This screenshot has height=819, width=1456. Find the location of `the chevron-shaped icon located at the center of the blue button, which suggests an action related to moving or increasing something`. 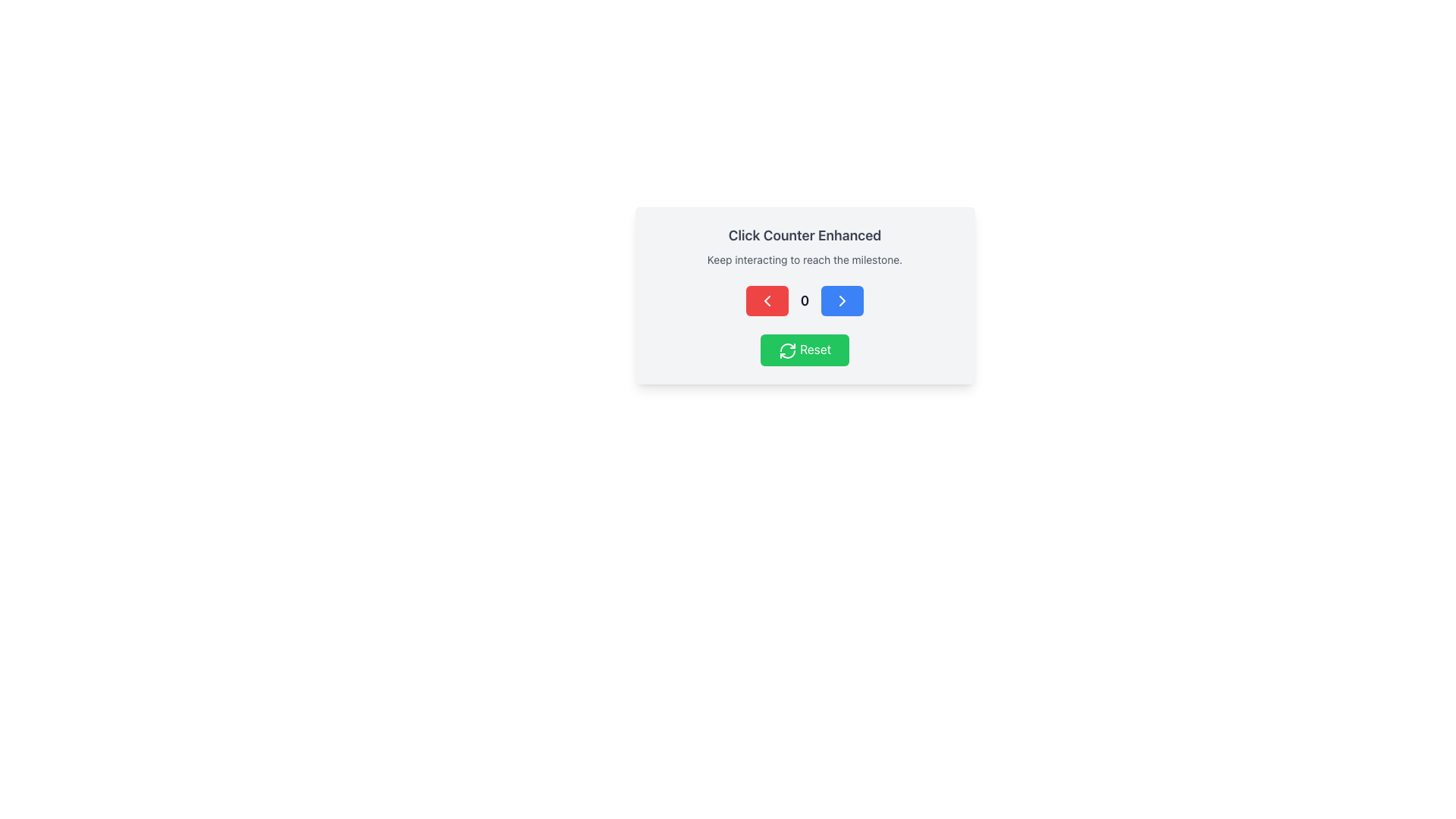

the chevron-shaped icon located at the center of the blue button, which suggests an action related to moving or increasing something is located at coordinates (842, 301).